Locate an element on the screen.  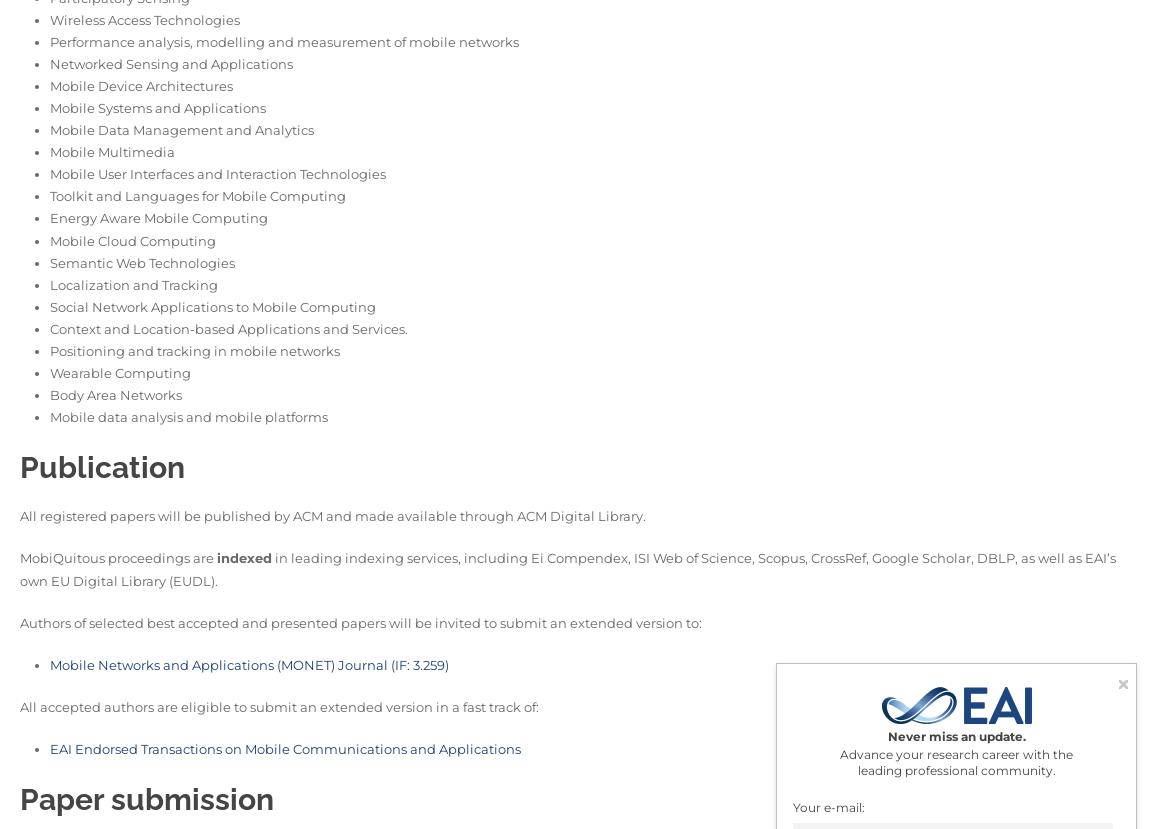
'Mobile Systems and Applications' is located at coordinates (157, 107).